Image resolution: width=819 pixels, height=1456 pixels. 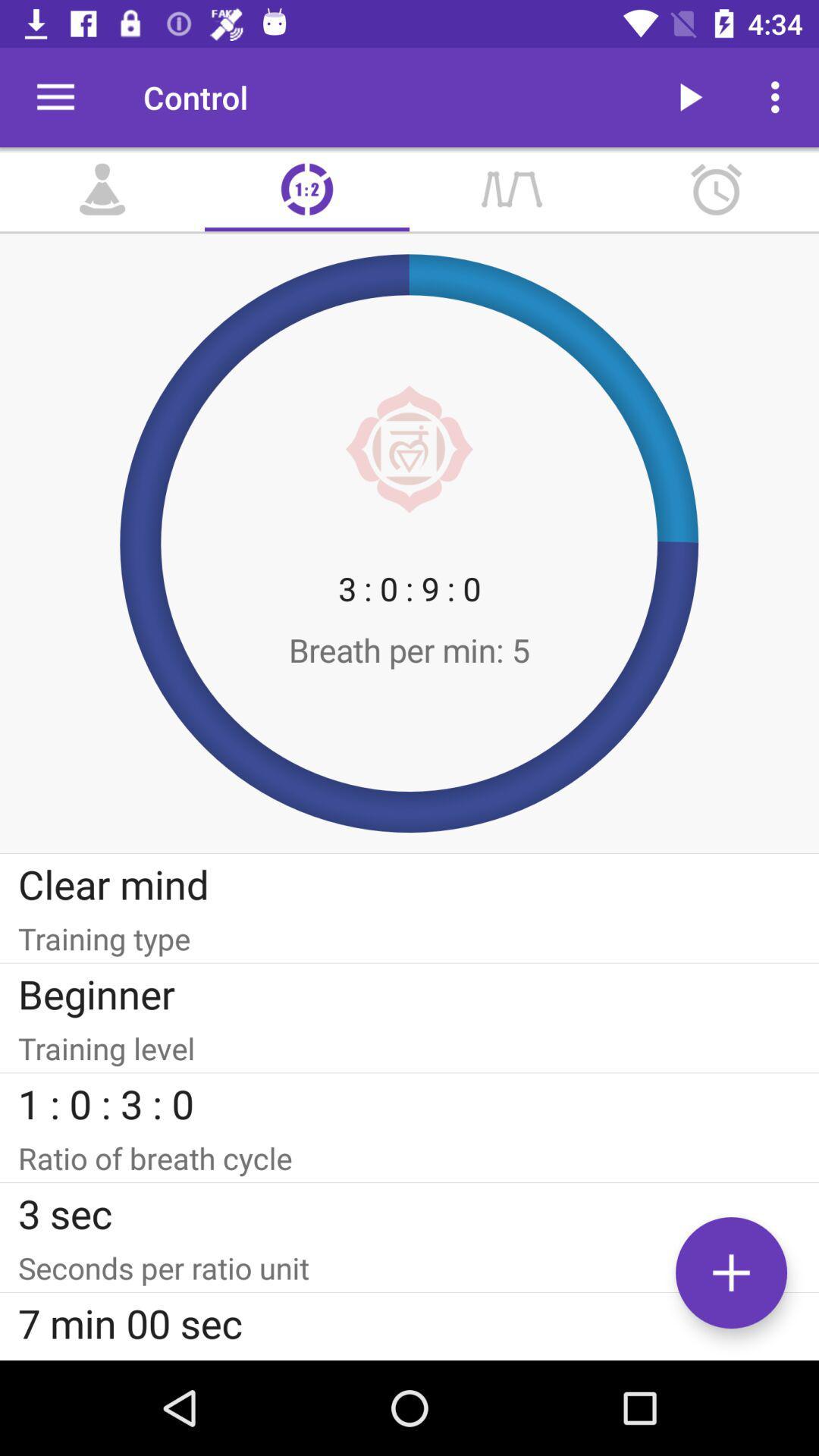 I want to click on item above 7 min 00, so click(x=409, y=1268).